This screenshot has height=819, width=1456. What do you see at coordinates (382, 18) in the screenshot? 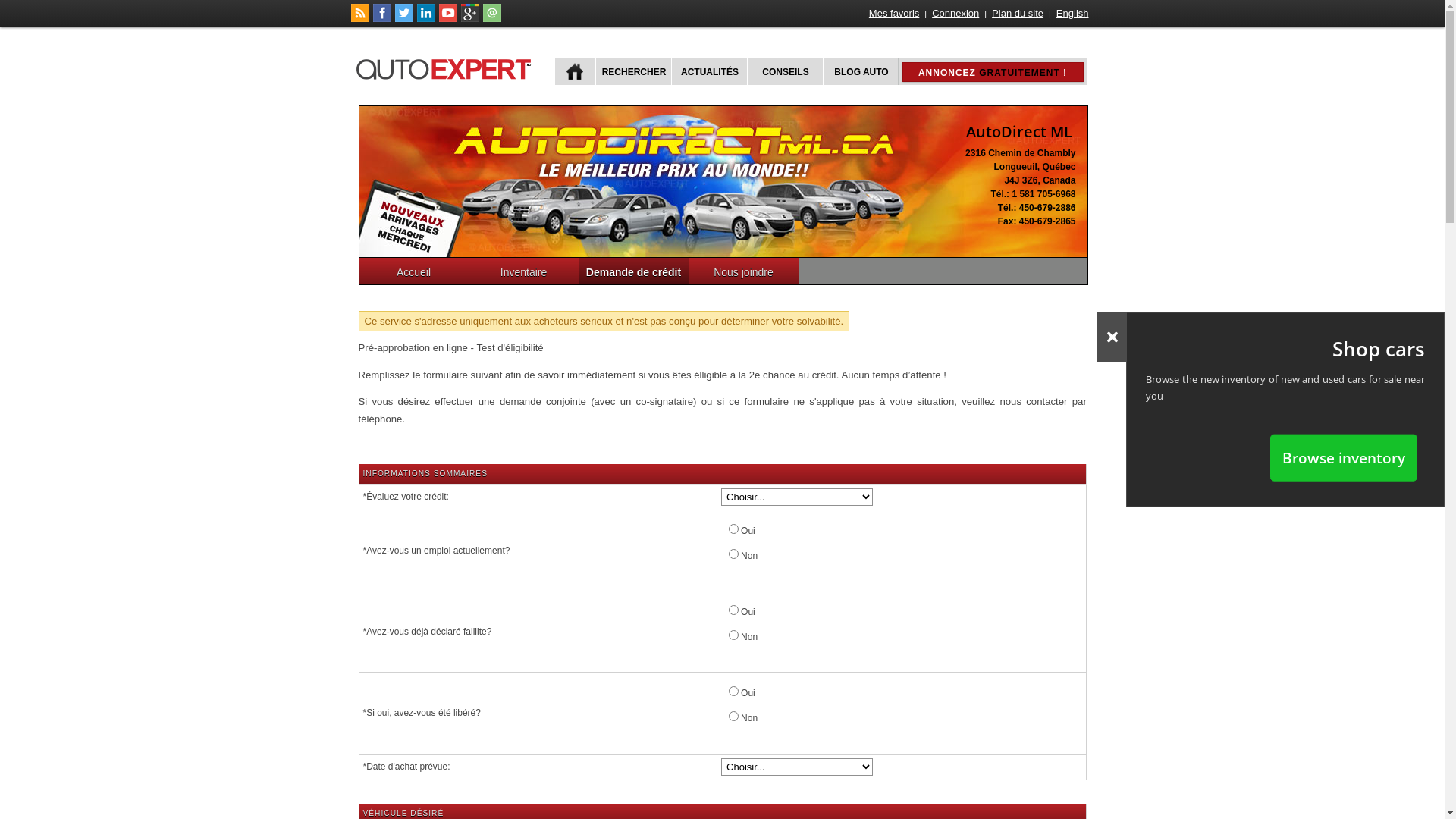
I see `'Suivez autoExpert.ca sur Facebook'` at bounding box center [382, 18].